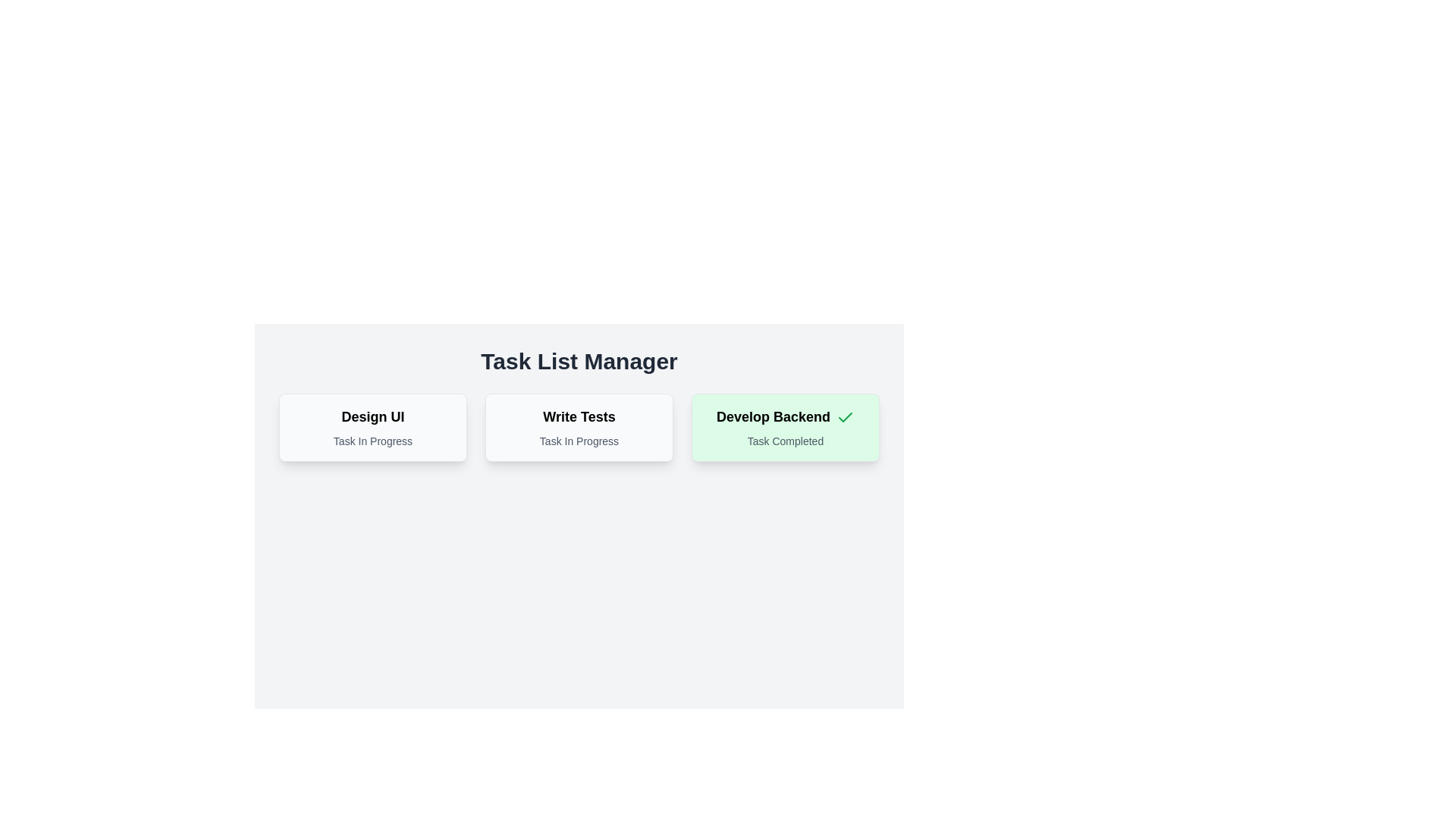  I want to click on the 'Write Tests' text, which is the primary heading of the middle card in a three-card layout, styled with a bold and large font and positioned above the 'Task In Progress' text, so click(578, 417).